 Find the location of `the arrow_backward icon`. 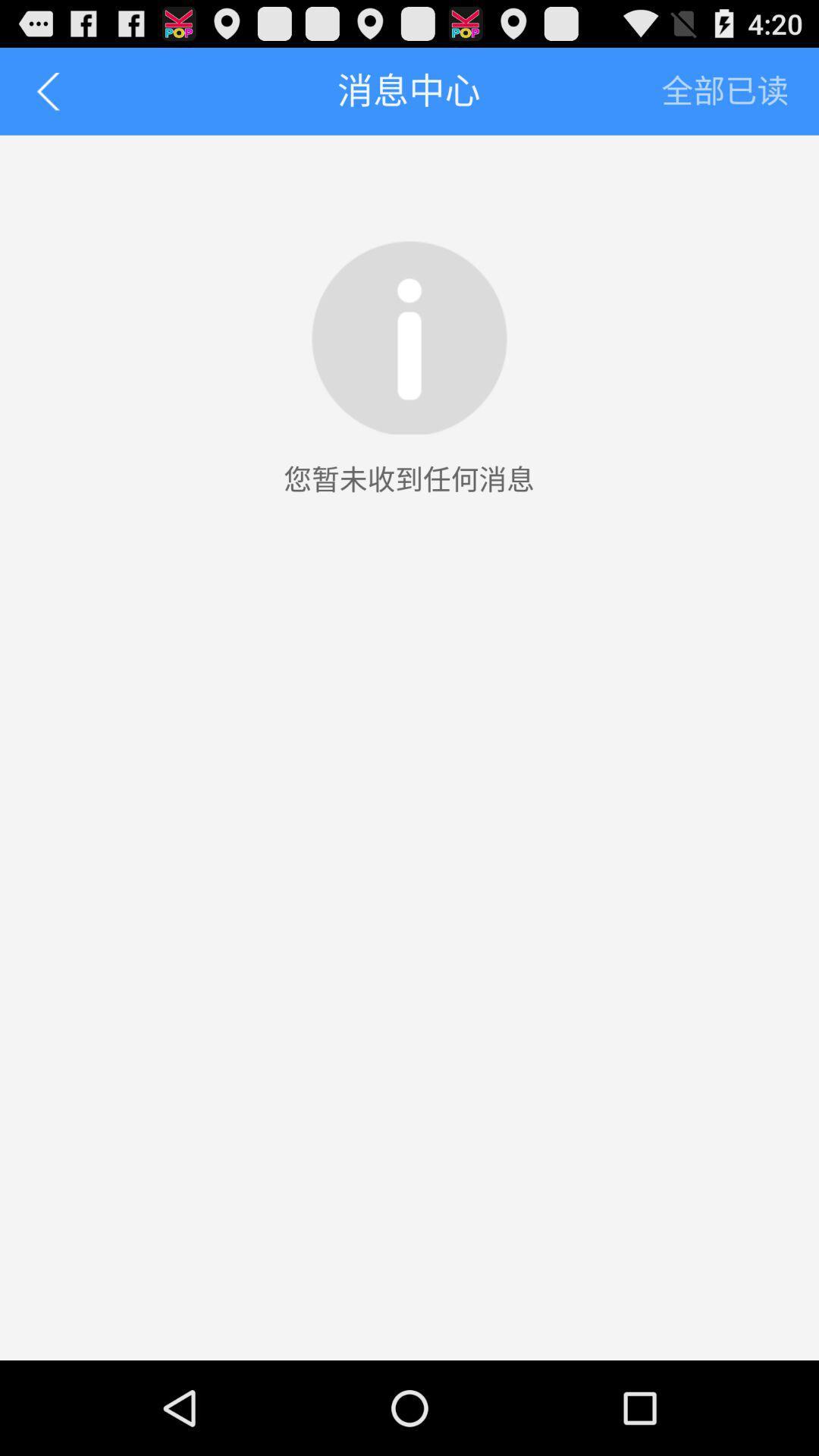

the arrow_backward icon is located at coordinates (48, 97).